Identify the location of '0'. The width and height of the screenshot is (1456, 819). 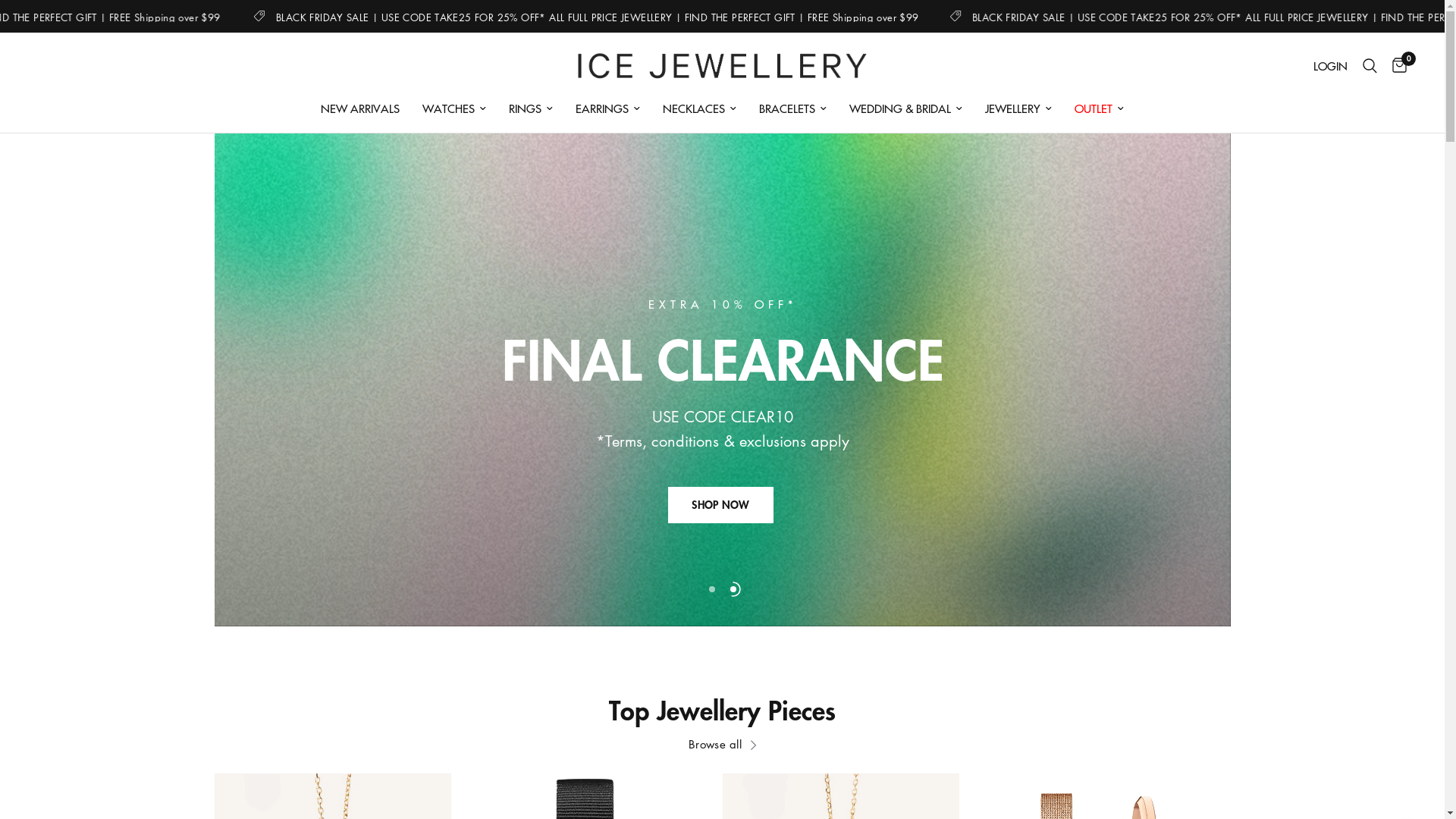
(1384, 65).